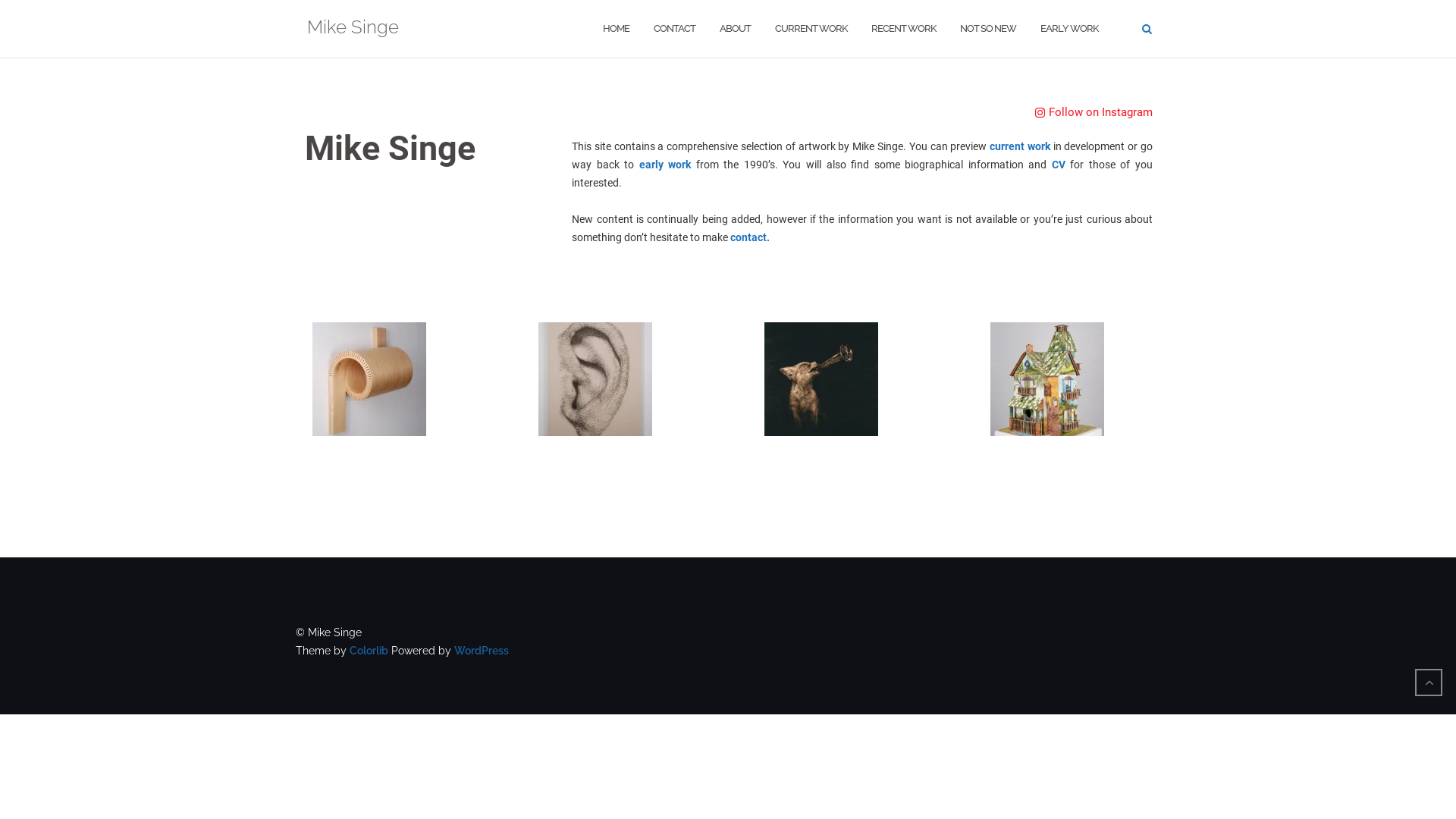 This screenshot has height=819, width=1456. What do you see at coordinates (775, 28) in the screenshot?
I see `'CURRENT WORK'` at bounding box center [775, 28].